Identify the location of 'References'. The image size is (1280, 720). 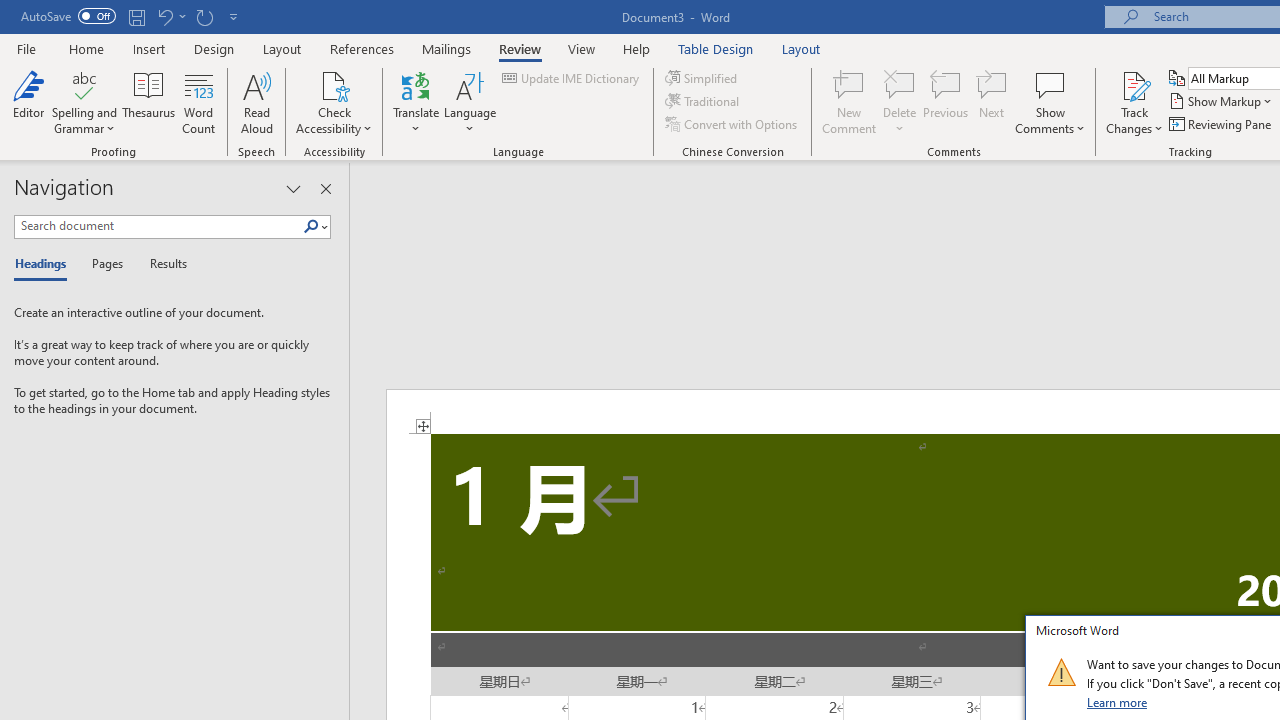
(362, 48).